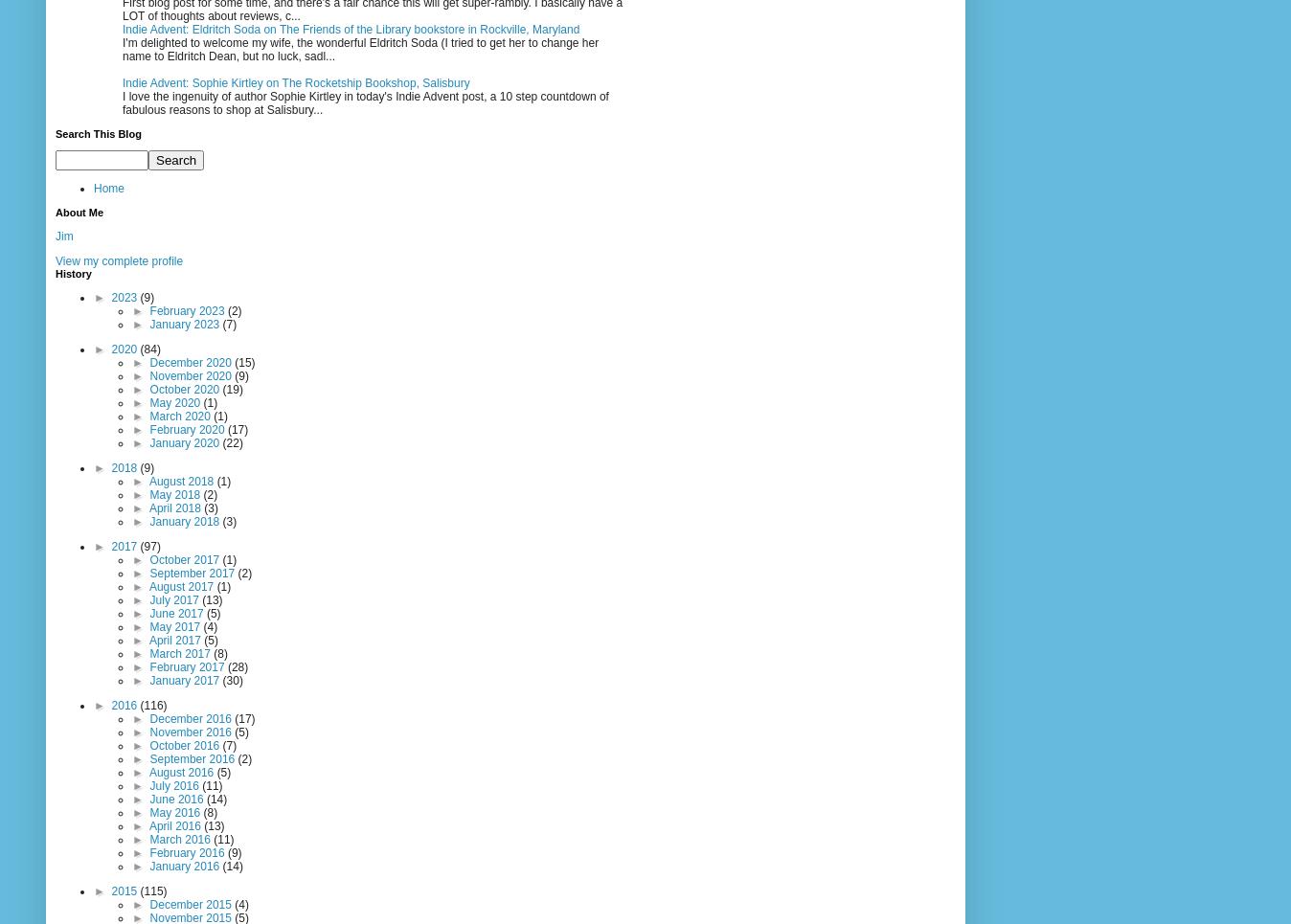  Describe the element at coordinates (182, 773) in the screenshot. I see `'August 2016'` at that location.